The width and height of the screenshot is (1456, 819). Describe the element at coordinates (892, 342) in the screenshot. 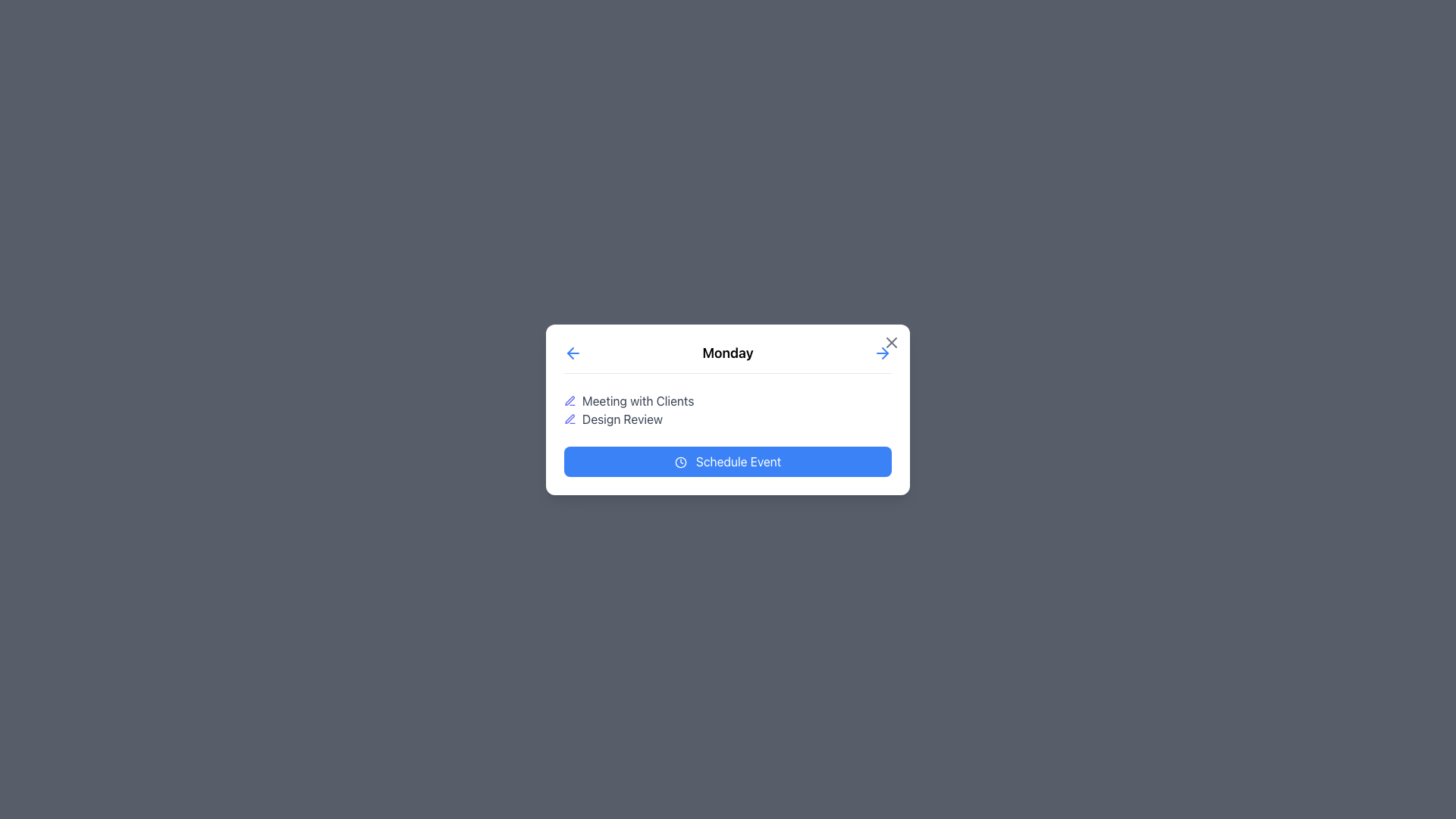

I see `the Close Button, which is styled as an 'X' icon located in the top-right corner of a white dialog box, to observe the color change effect` at that location.